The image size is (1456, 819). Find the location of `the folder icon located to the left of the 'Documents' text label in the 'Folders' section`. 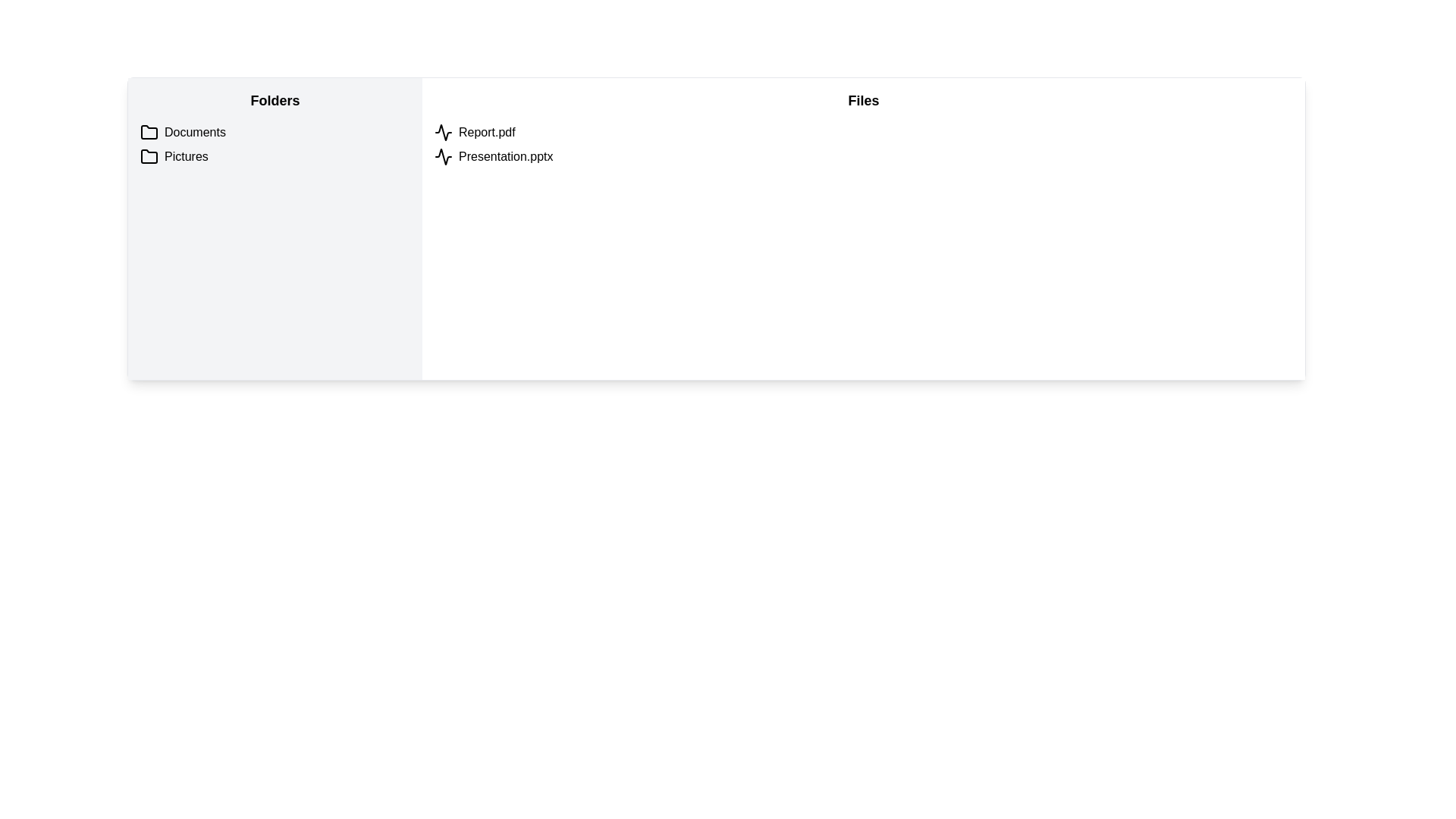

the folder icon located to the left of the 'Documents' text label in the 'Folders' section is located at coordinates (149, 131).